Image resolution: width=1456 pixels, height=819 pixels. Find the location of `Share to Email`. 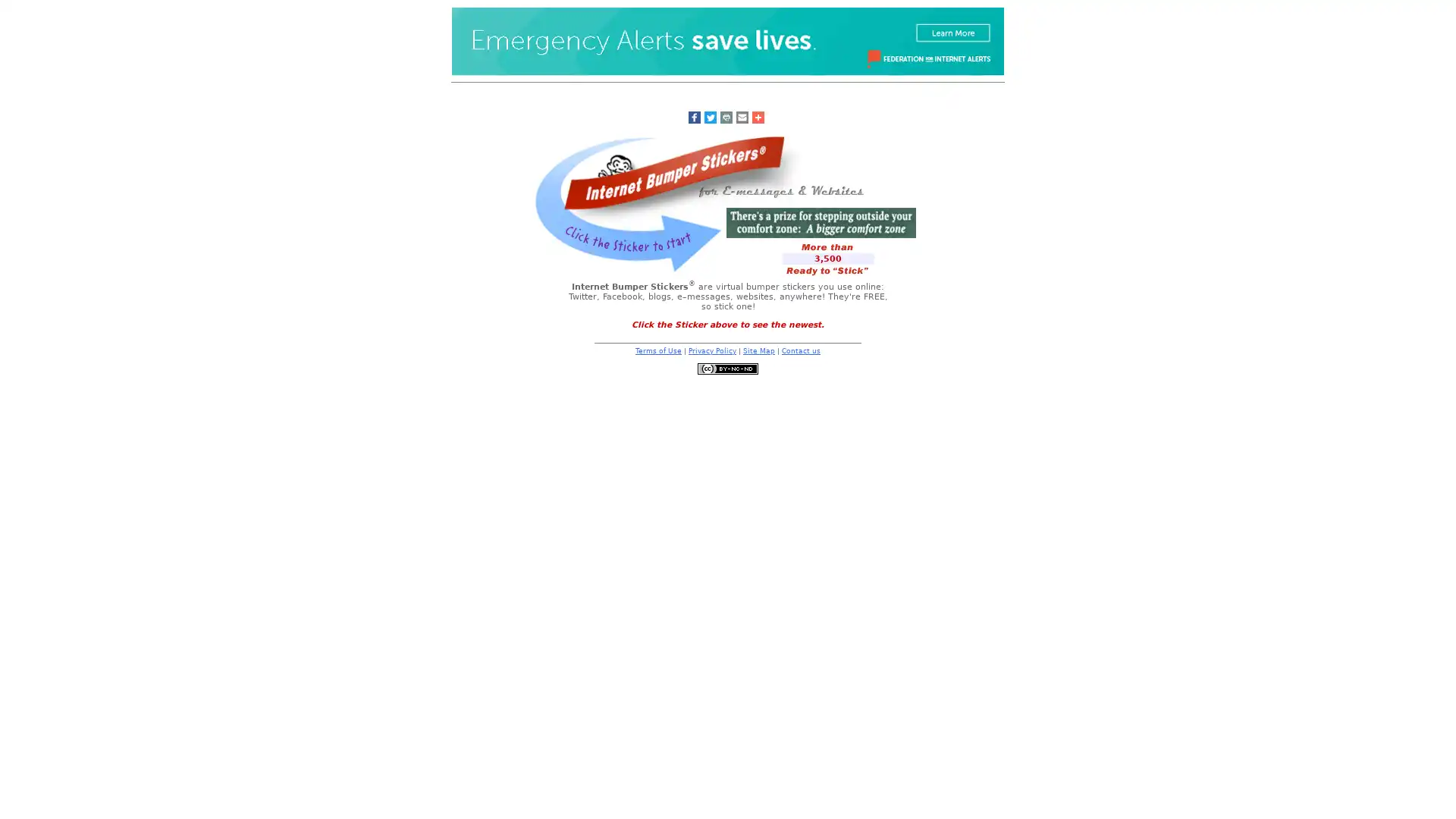

Share to Email is located at coordinates (742, 116).